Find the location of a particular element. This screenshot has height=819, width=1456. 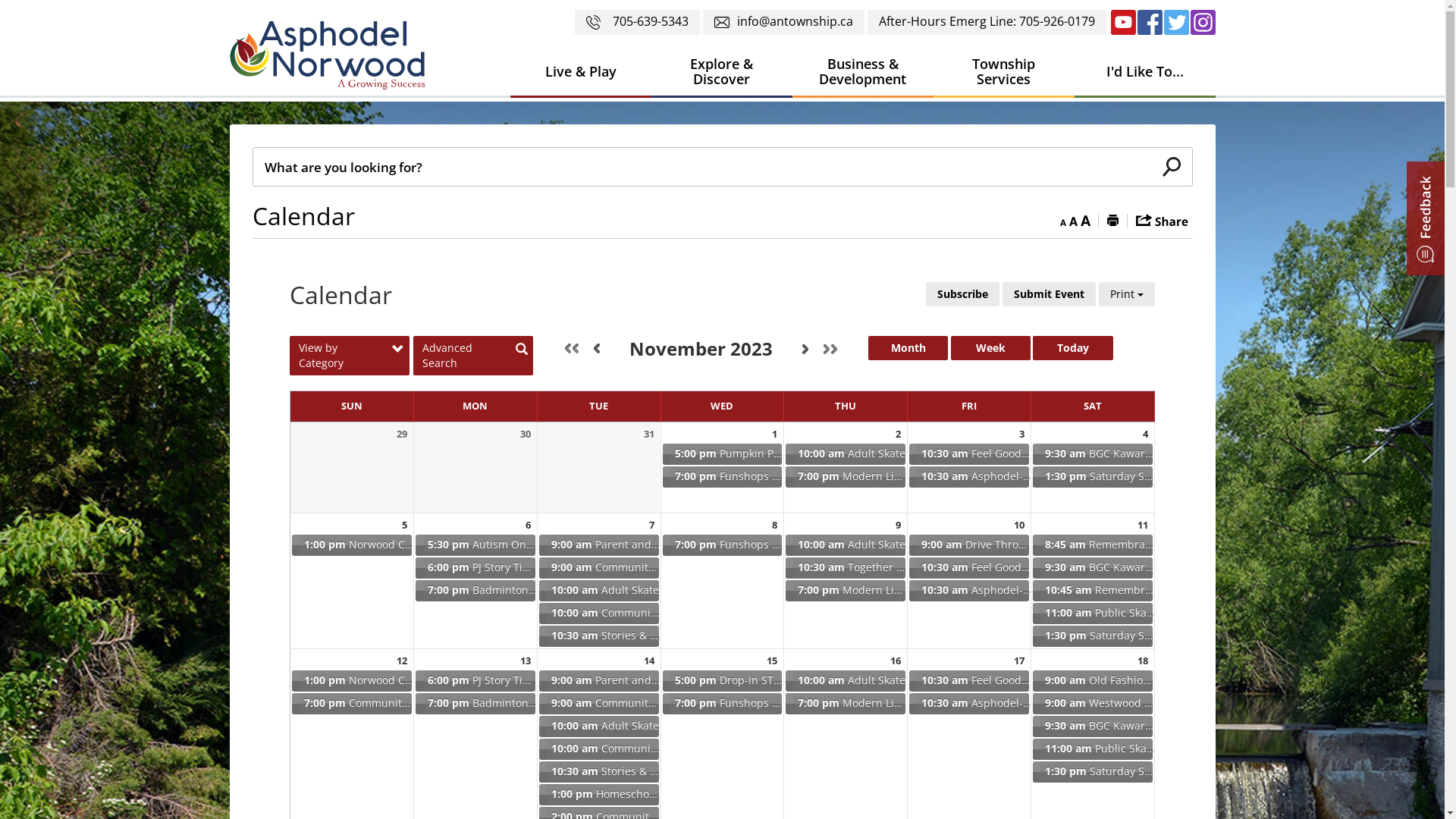

'1:30 pm Saturday Stories' is located at coordinates (1092, 772).